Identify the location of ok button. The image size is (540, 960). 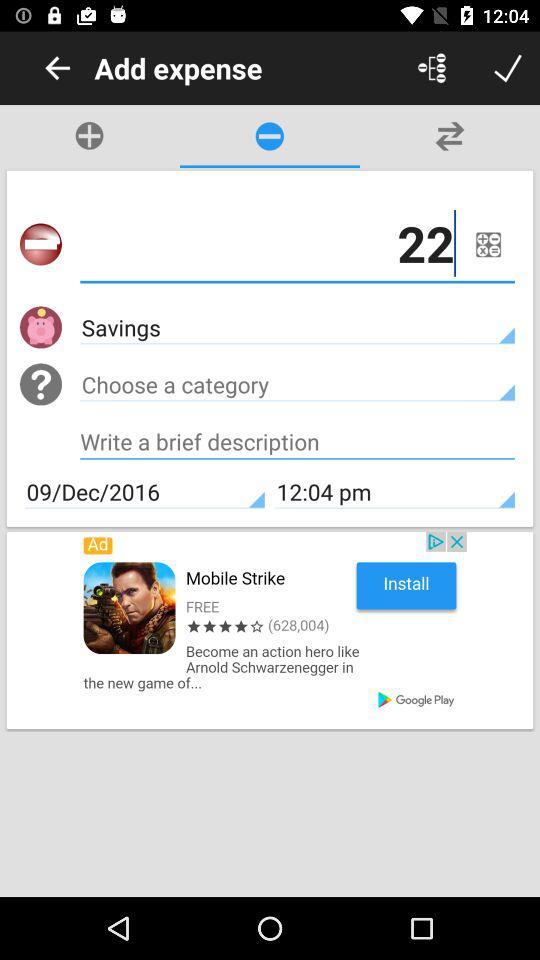
(508, 68).